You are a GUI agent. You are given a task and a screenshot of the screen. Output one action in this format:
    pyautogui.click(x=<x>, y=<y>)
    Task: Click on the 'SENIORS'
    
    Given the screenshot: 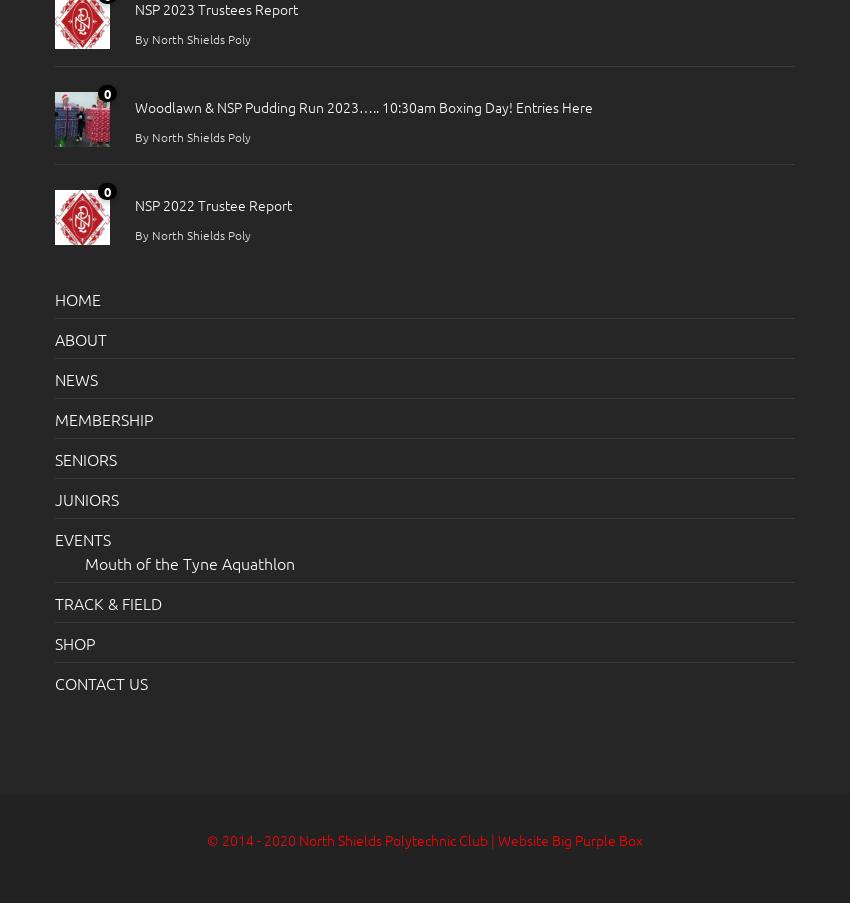 What is the action you would take?
    pyautogui.click(x=85, y=458)
    